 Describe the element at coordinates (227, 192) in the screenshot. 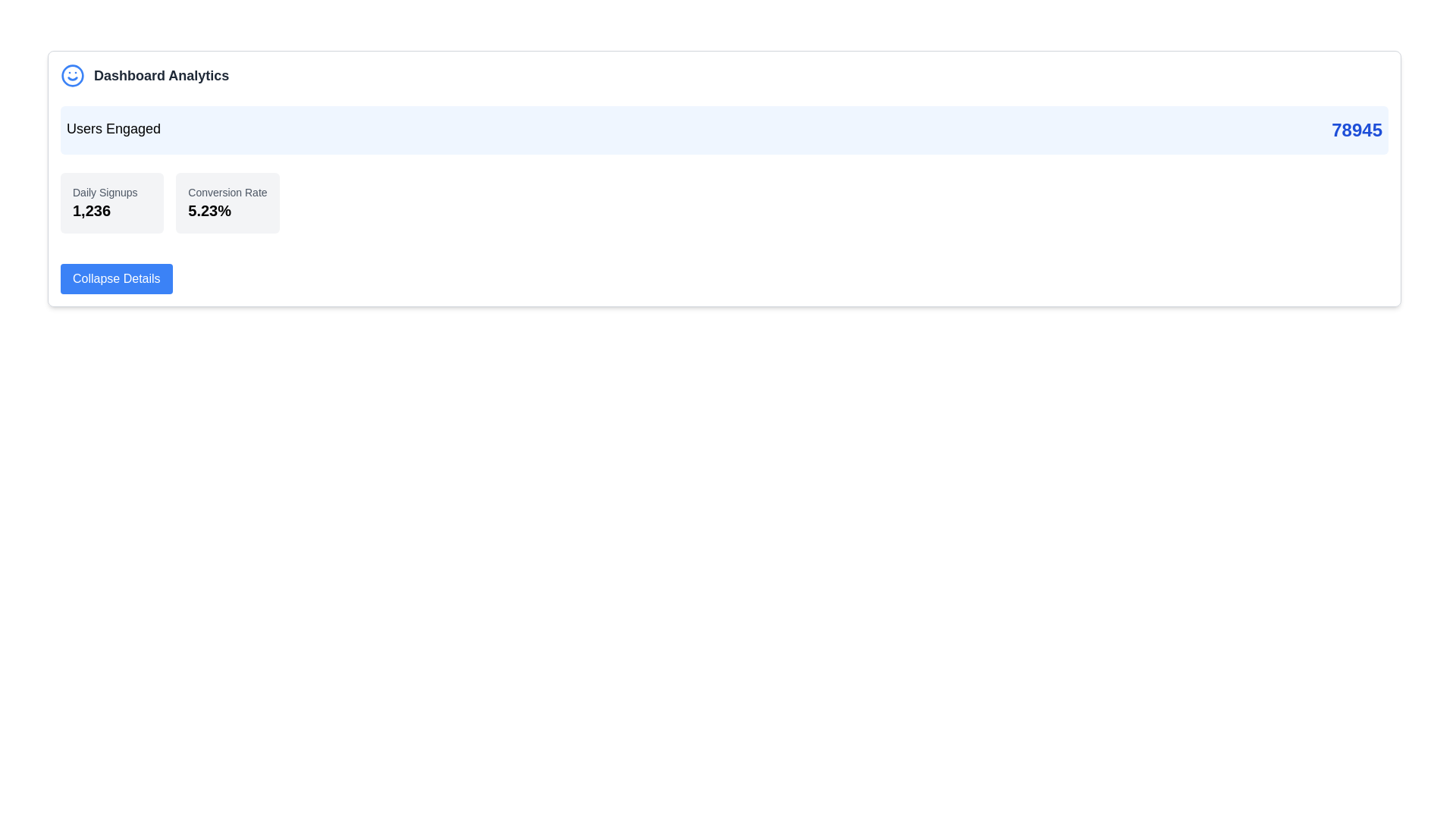

I see `the static text label displaying 'Conversion Rate' in small, gray-colored fonts, which is part of a dashboard display component` at that location.